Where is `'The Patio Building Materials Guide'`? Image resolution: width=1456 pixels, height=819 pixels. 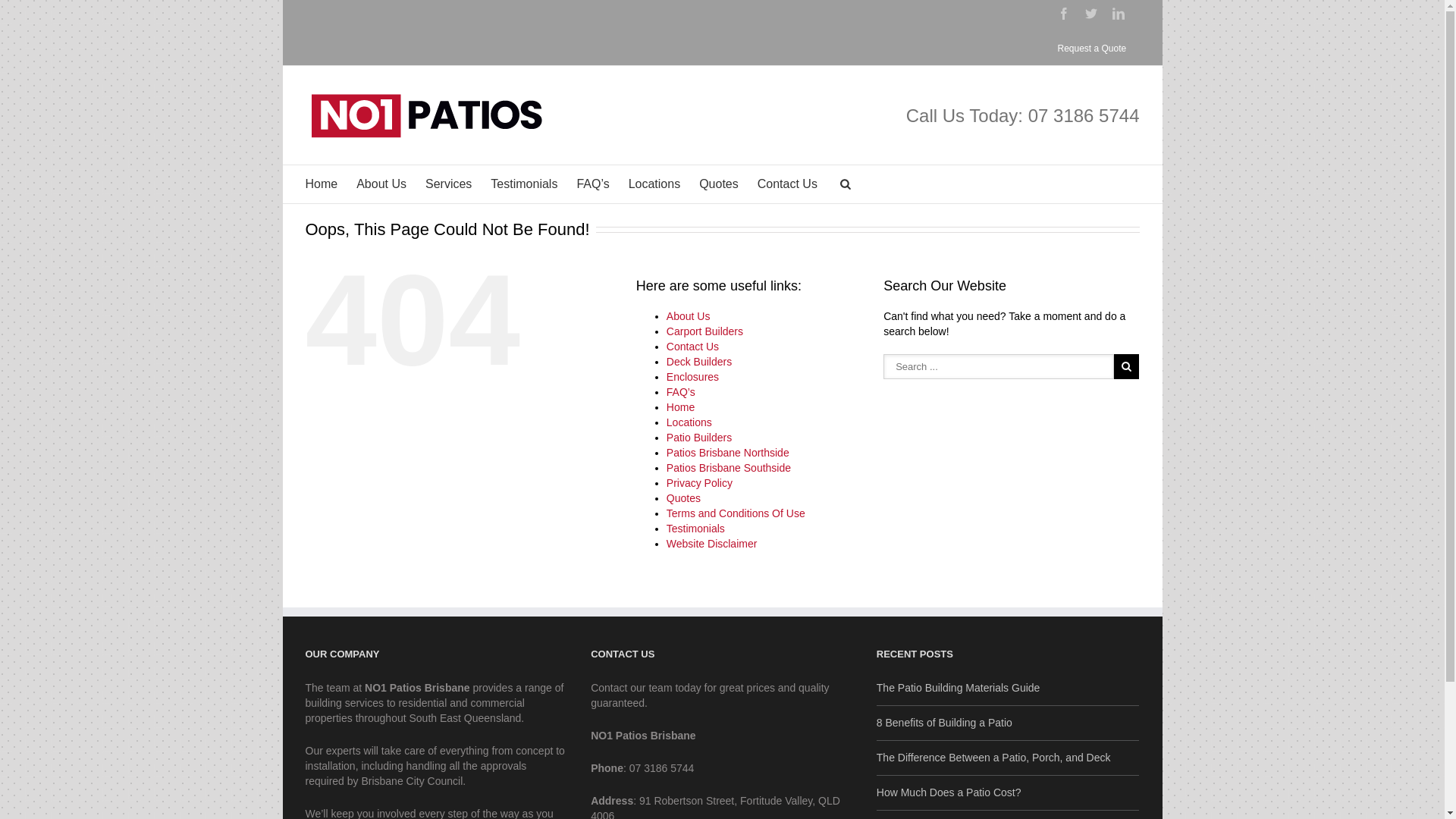 'The Patio Building Materials Guide' is located at coordinates (1008, 688).